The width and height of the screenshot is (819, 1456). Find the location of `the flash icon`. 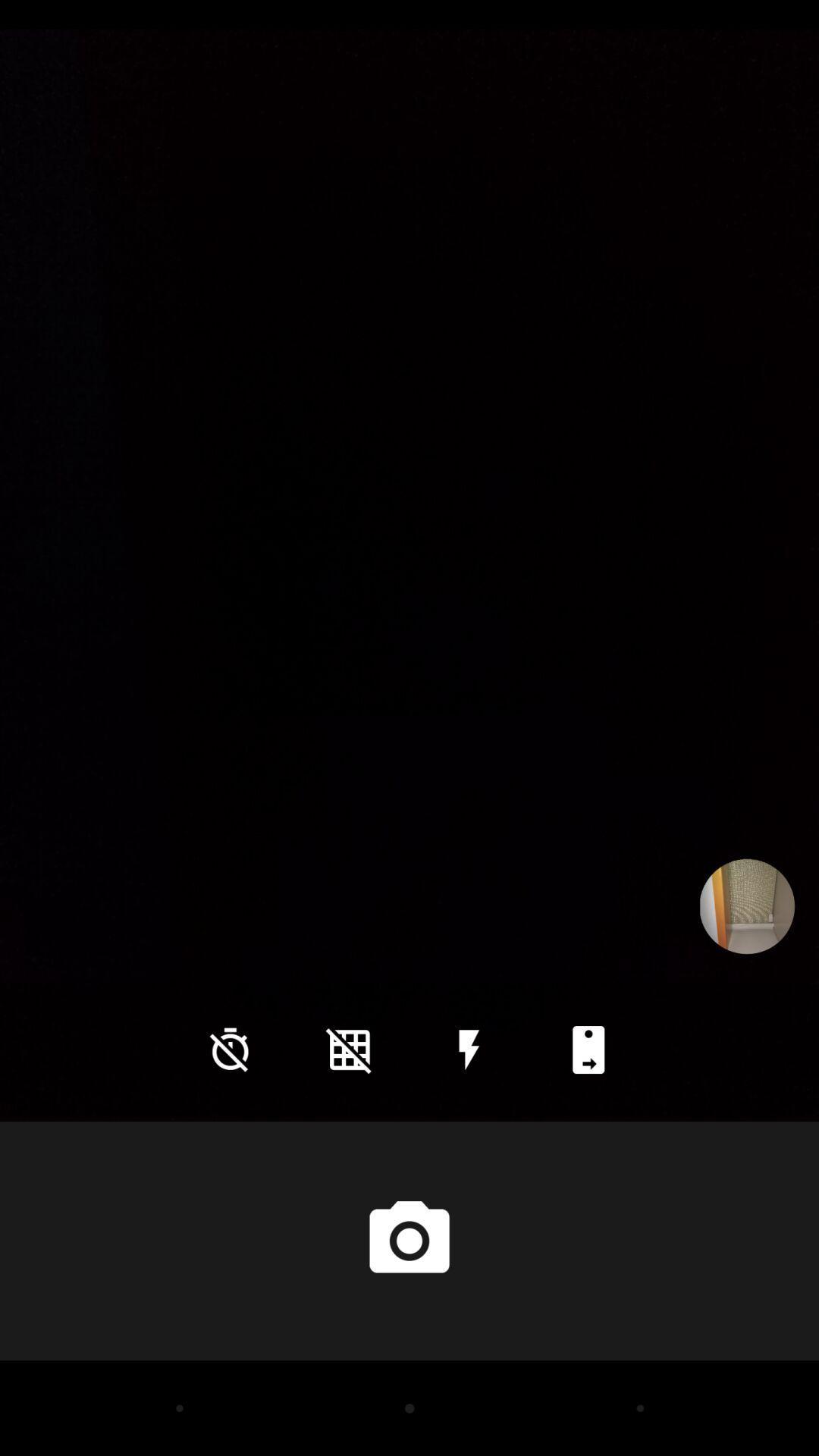

the flash icon is located at coordinates (468, 1049).